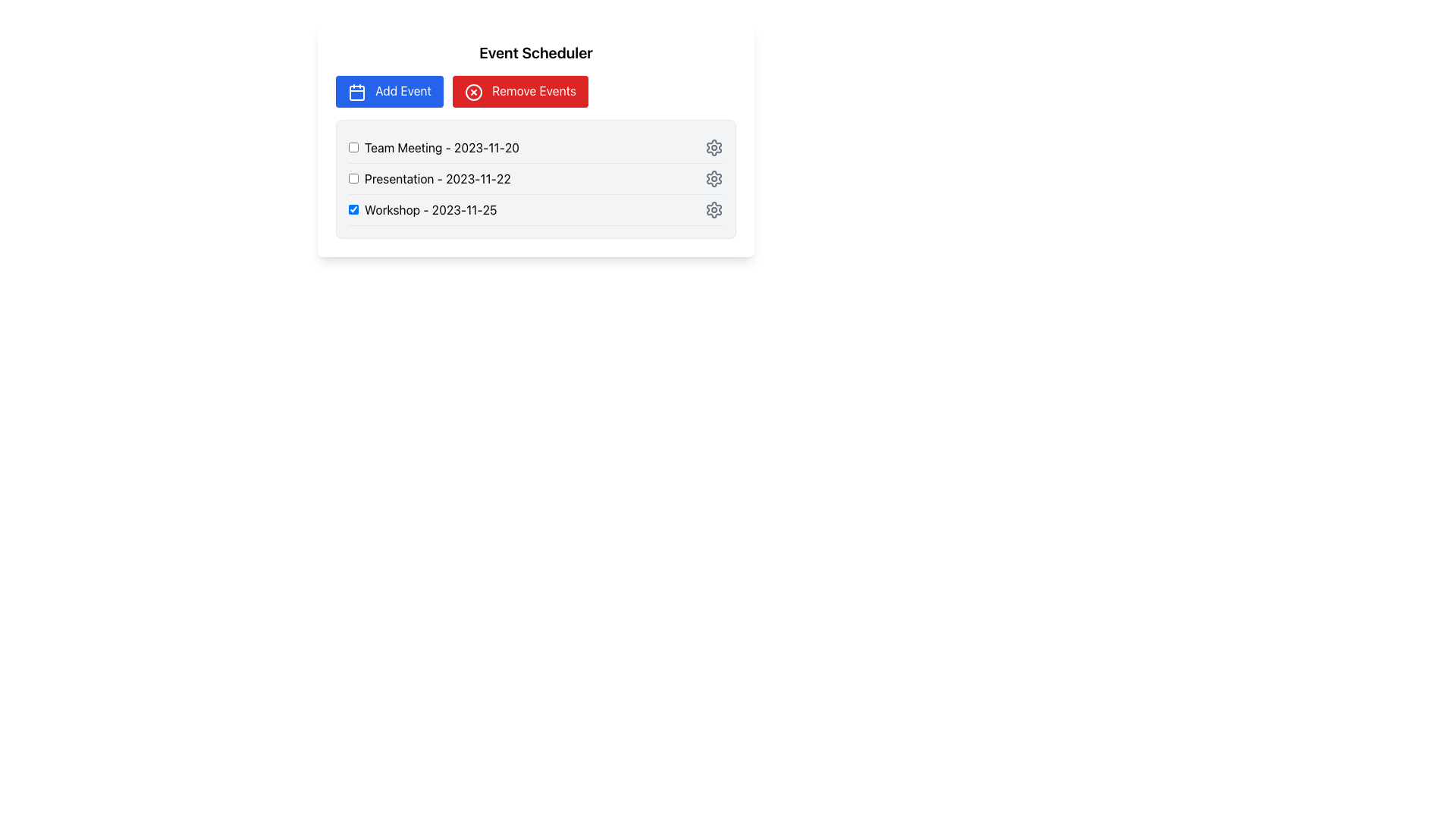 This screenshot has height=819, width=1456. Describe the element at coordinates (356, 91) in the screenshot. I see `the calendar icon, which is a simple outlined calendar with a blue background, located within the 'Add Event' button to the left of the text 'Add Event.'` at that location.